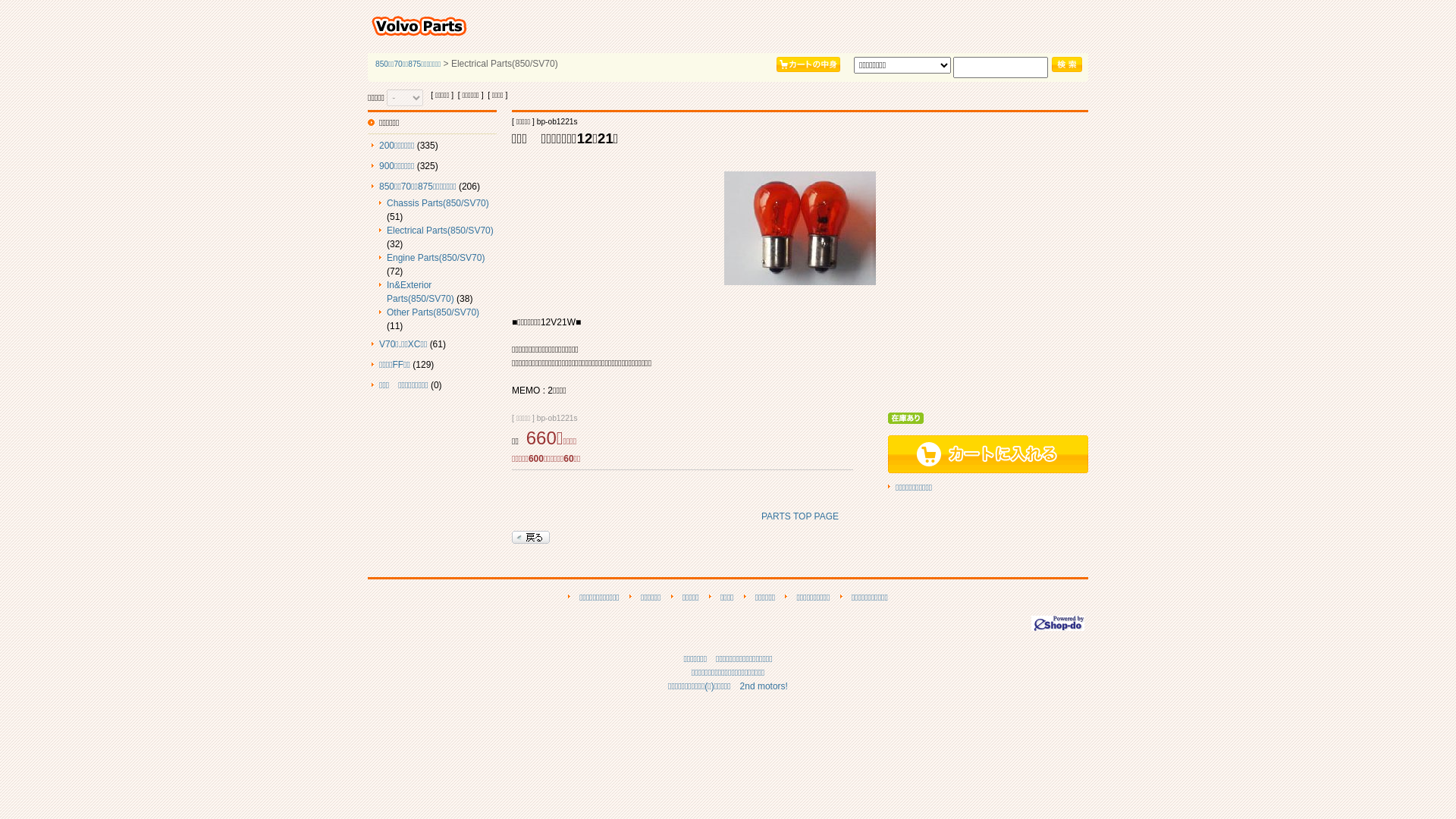 The image size is (1456, 819). I want to click on 'Engine Parts(850/SV70)', so click(386, 256).